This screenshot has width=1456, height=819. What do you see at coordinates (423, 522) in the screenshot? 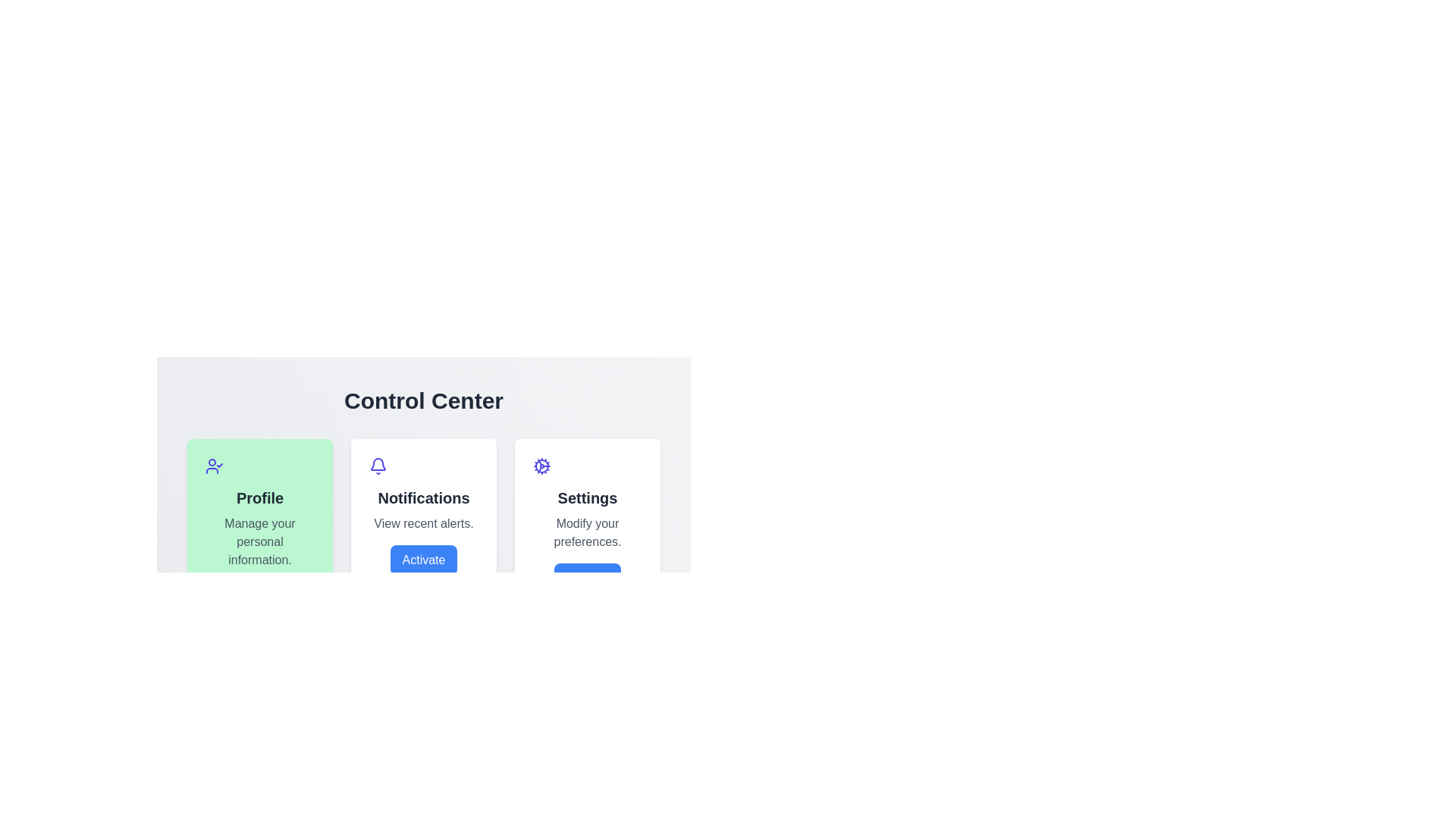
I see `the static text label that informs the user about the availability of recent alerts, located in the Notifications card section, below the Notifications title and above the Activate button` at bounding box center [423, 522].